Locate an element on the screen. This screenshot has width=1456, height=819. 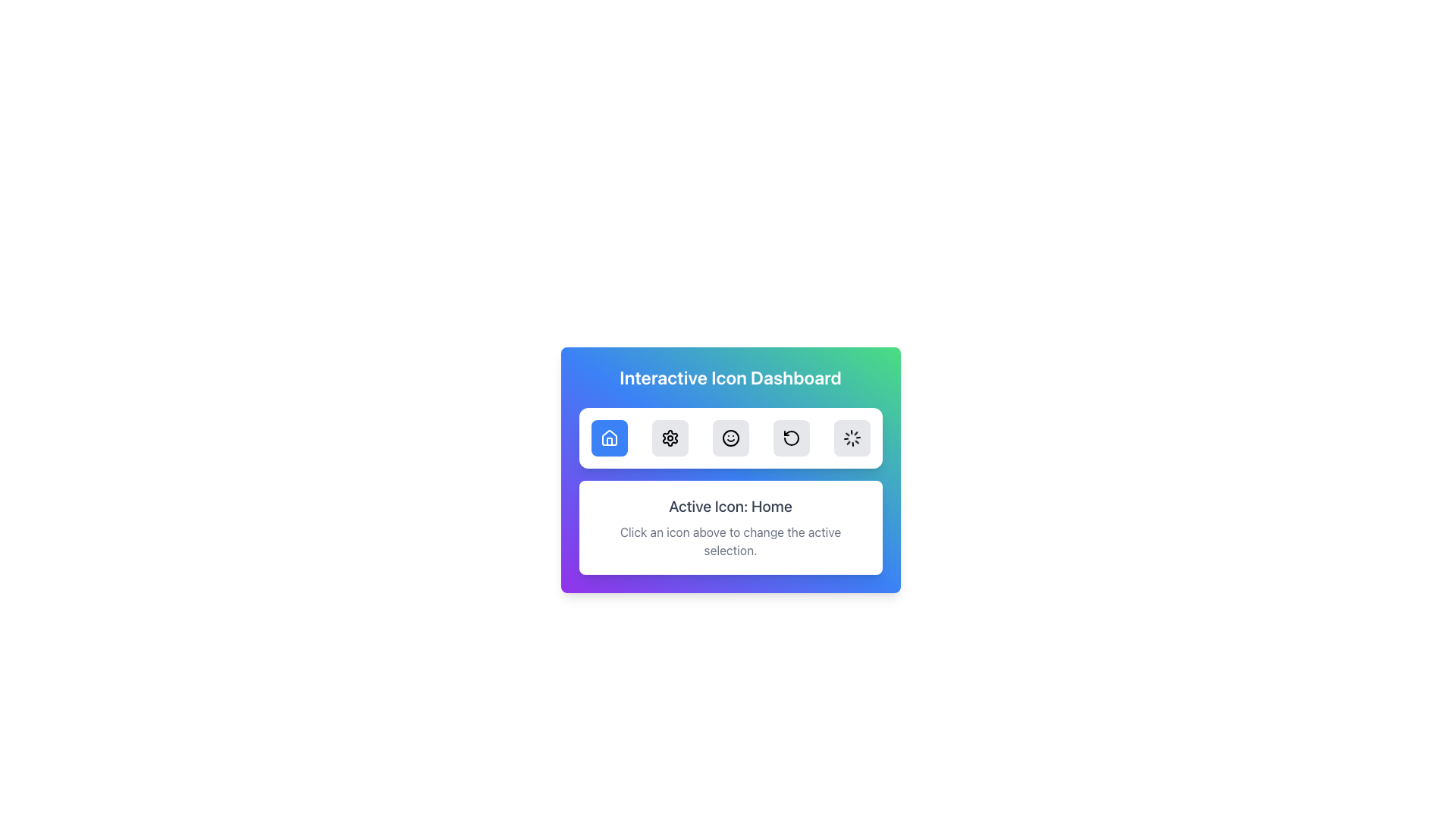
the leftmost button in the horizontally aligned list within the 'Interactive Icon Dashboard' for accessibility purposes is located at coordinates (609, 438).